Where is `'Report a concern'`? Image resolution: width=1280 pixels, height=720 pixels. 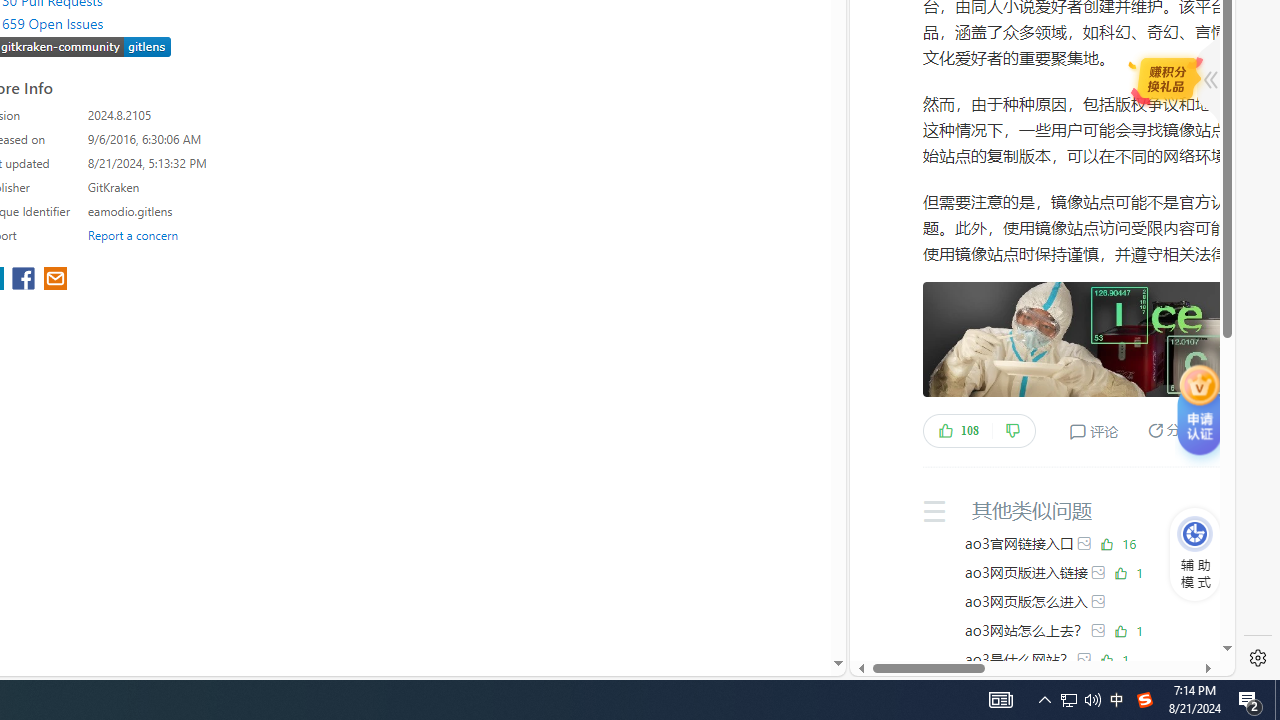 'Report a concern' is located at coordinates (132, 234).